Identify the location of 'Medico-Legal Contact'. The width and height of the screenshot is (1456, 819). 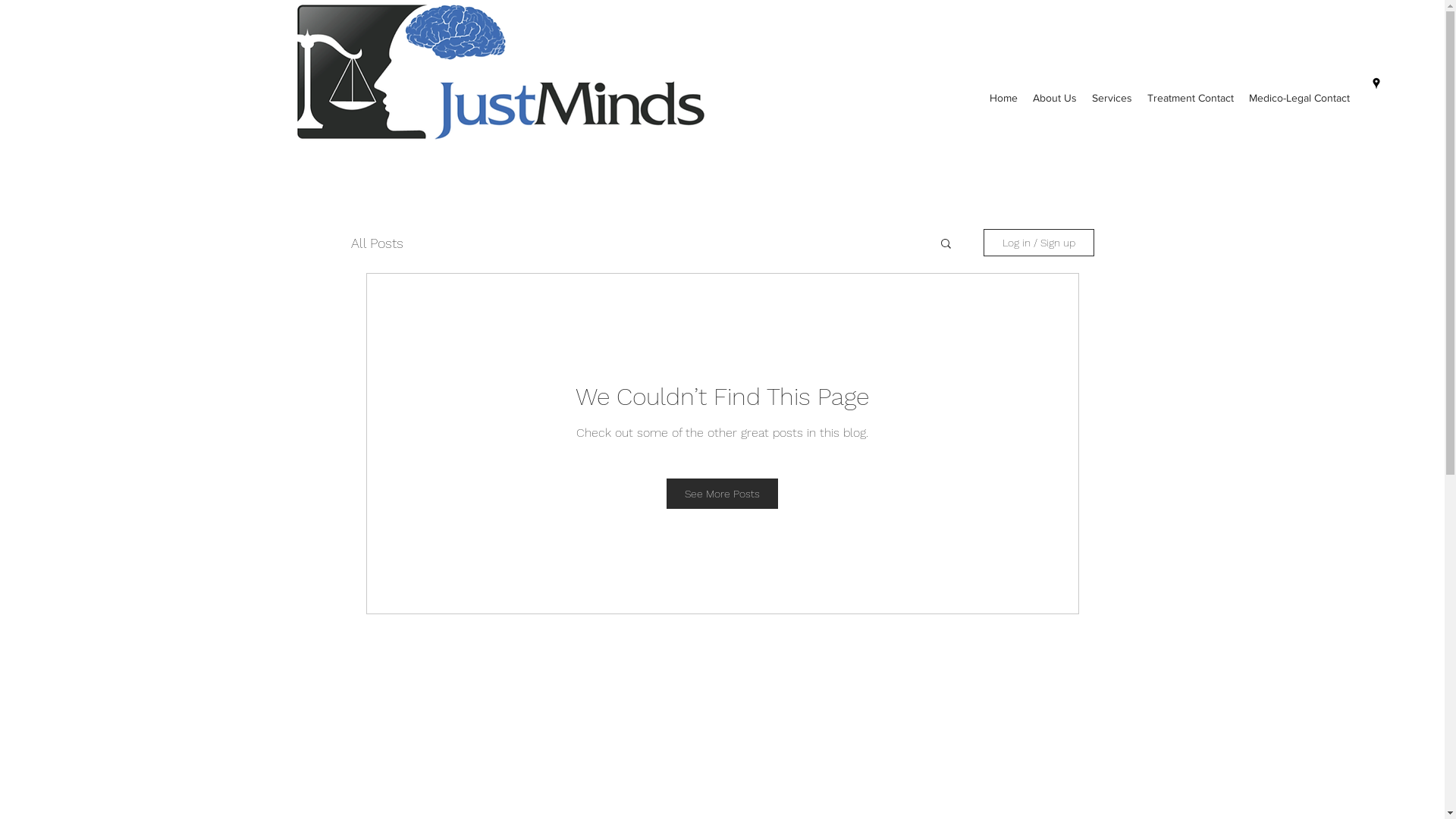
(1298, 98).